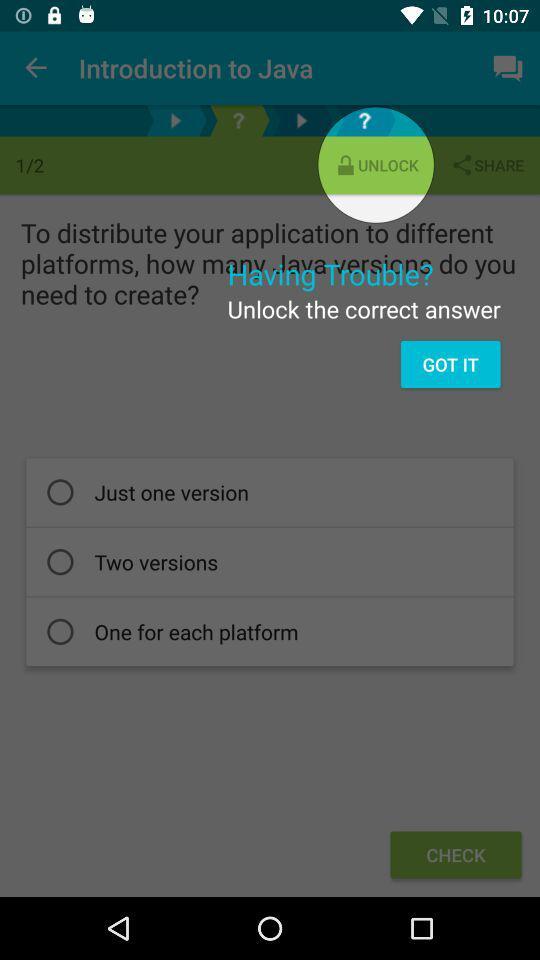  What do you see at coordinates (238, 120) in the screenshot?
I see `click button` at bounding box center [238, 120].